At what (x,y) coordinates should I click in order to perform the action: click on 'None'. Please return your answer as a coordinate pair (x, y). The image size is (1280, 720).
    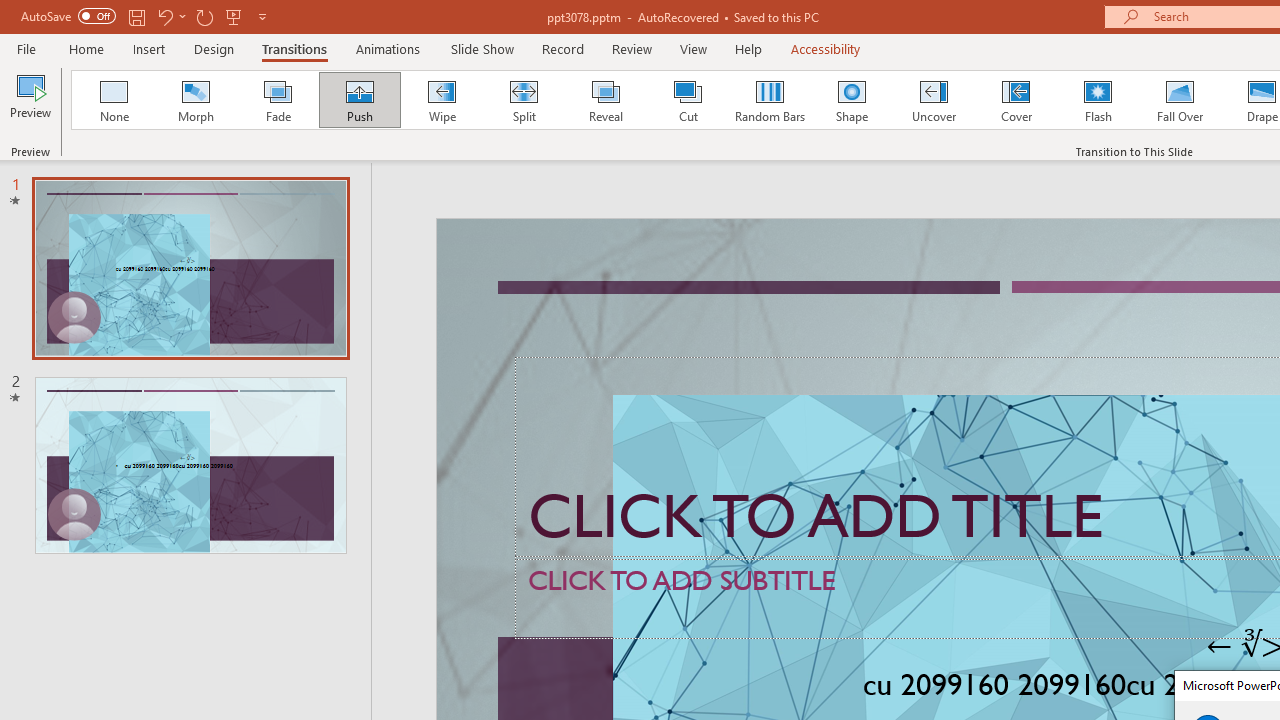
    Looking at the image, I should click on (112, 100).